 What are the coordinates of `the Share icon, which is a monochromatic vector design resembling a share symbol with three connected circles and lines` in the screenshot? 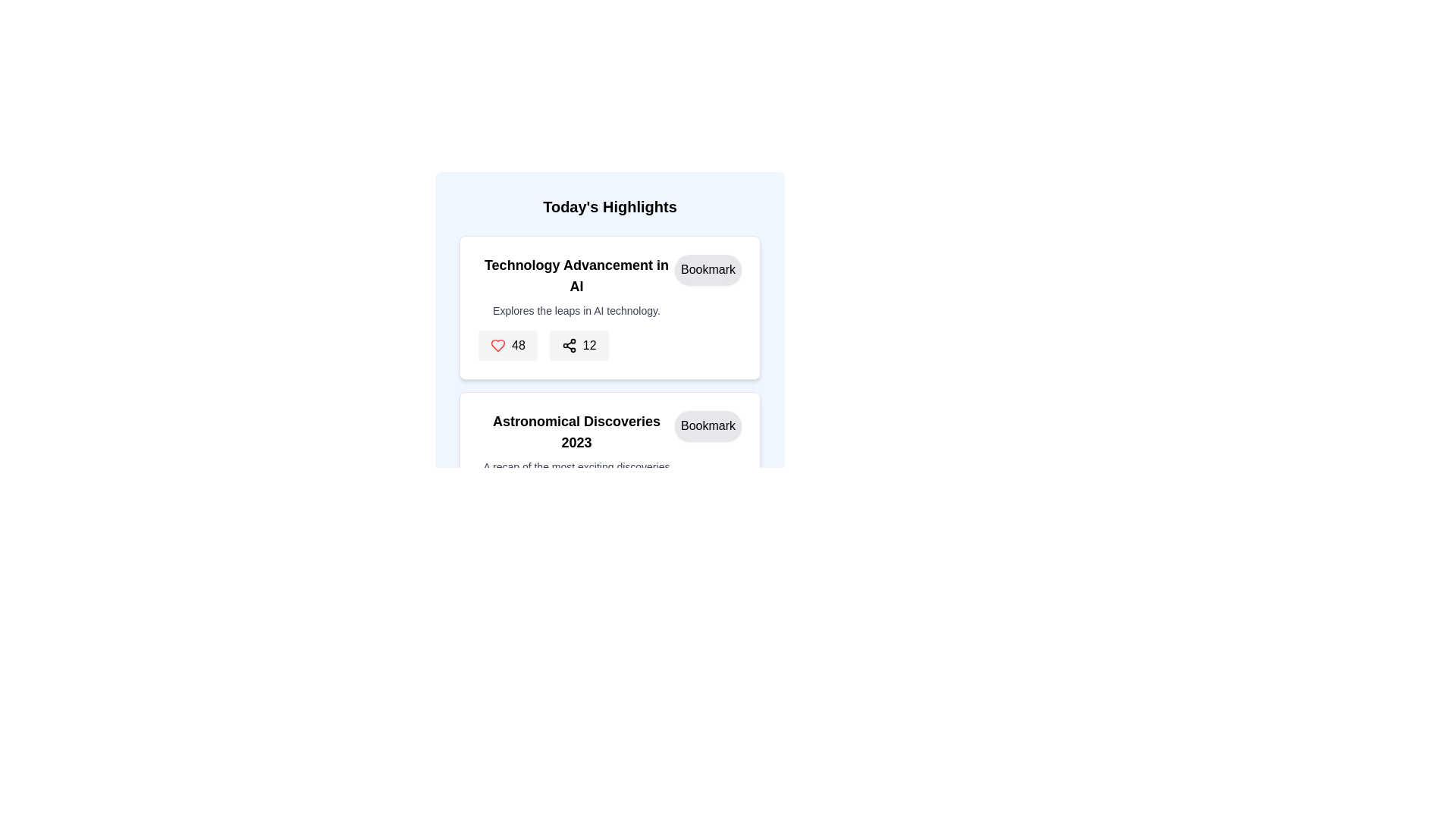 It's located at (568, 345).